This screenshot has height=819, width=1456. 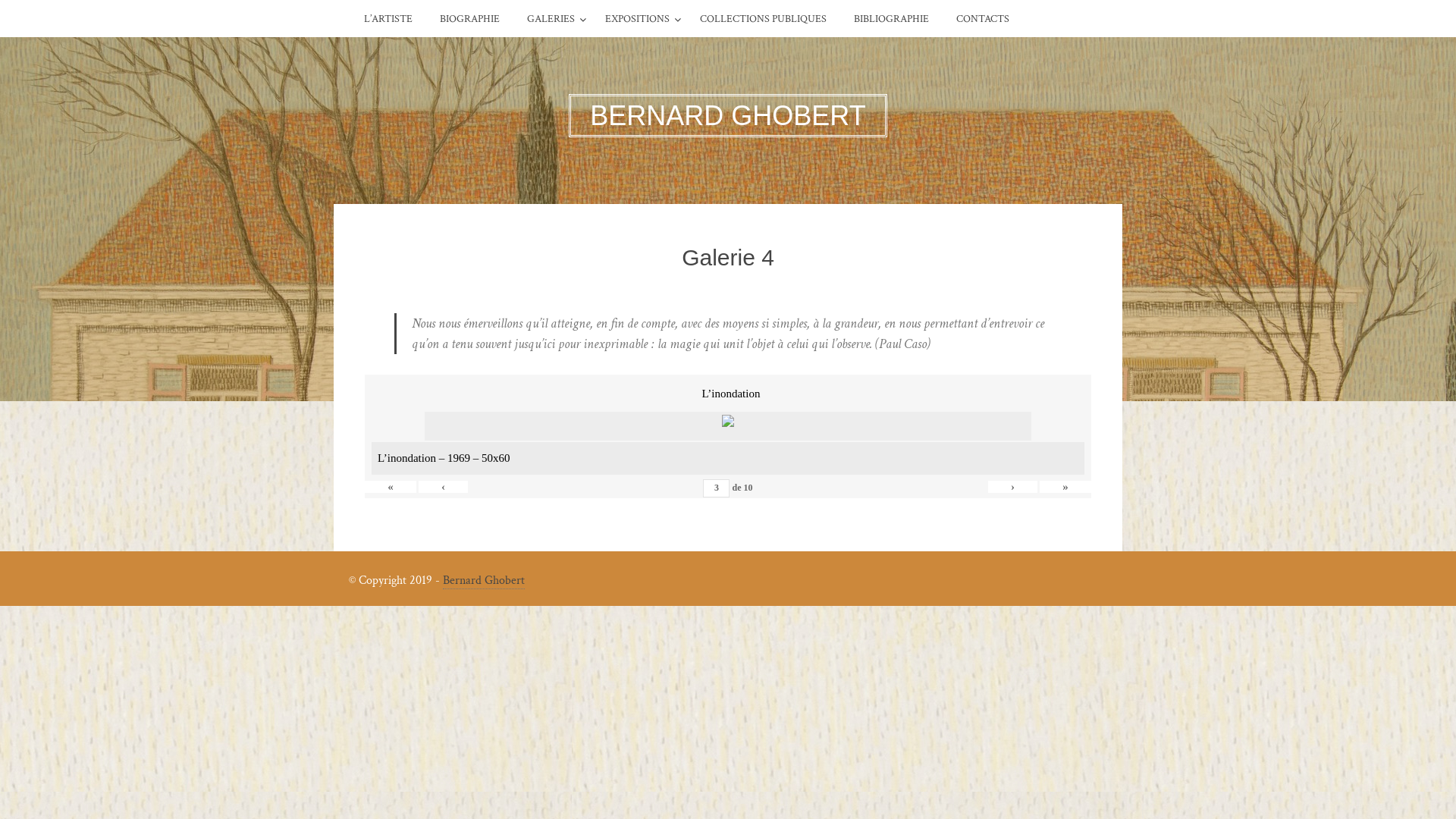 What do you see at coordinates (483, 579) in the screenshot?
I see `'Bernard Ghobert'` at bounding box center [483, 579].